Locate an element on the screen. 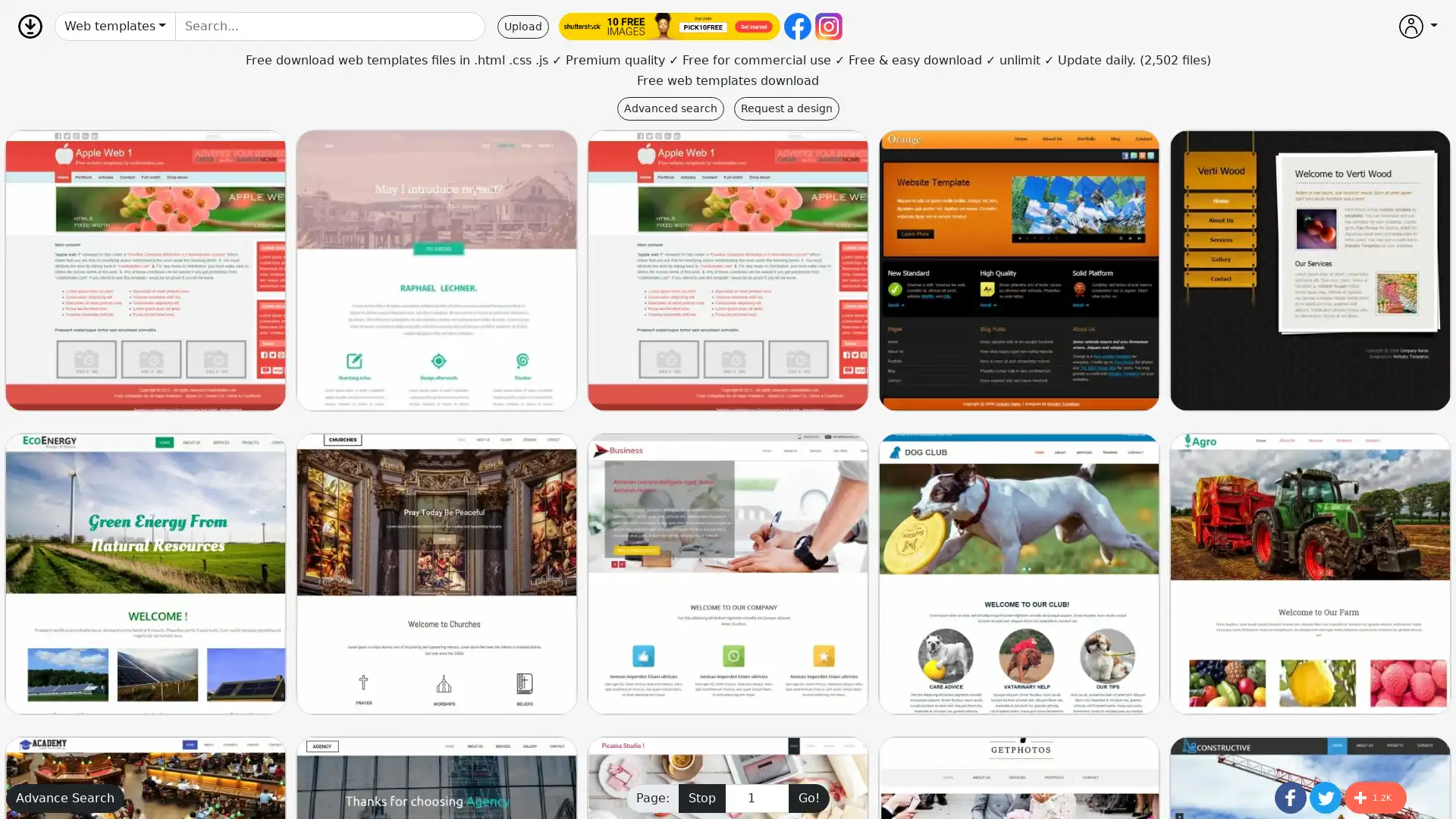 This screenshot has height=819, width=1456. Share to Twitter is located at coordinates (1324, 797).